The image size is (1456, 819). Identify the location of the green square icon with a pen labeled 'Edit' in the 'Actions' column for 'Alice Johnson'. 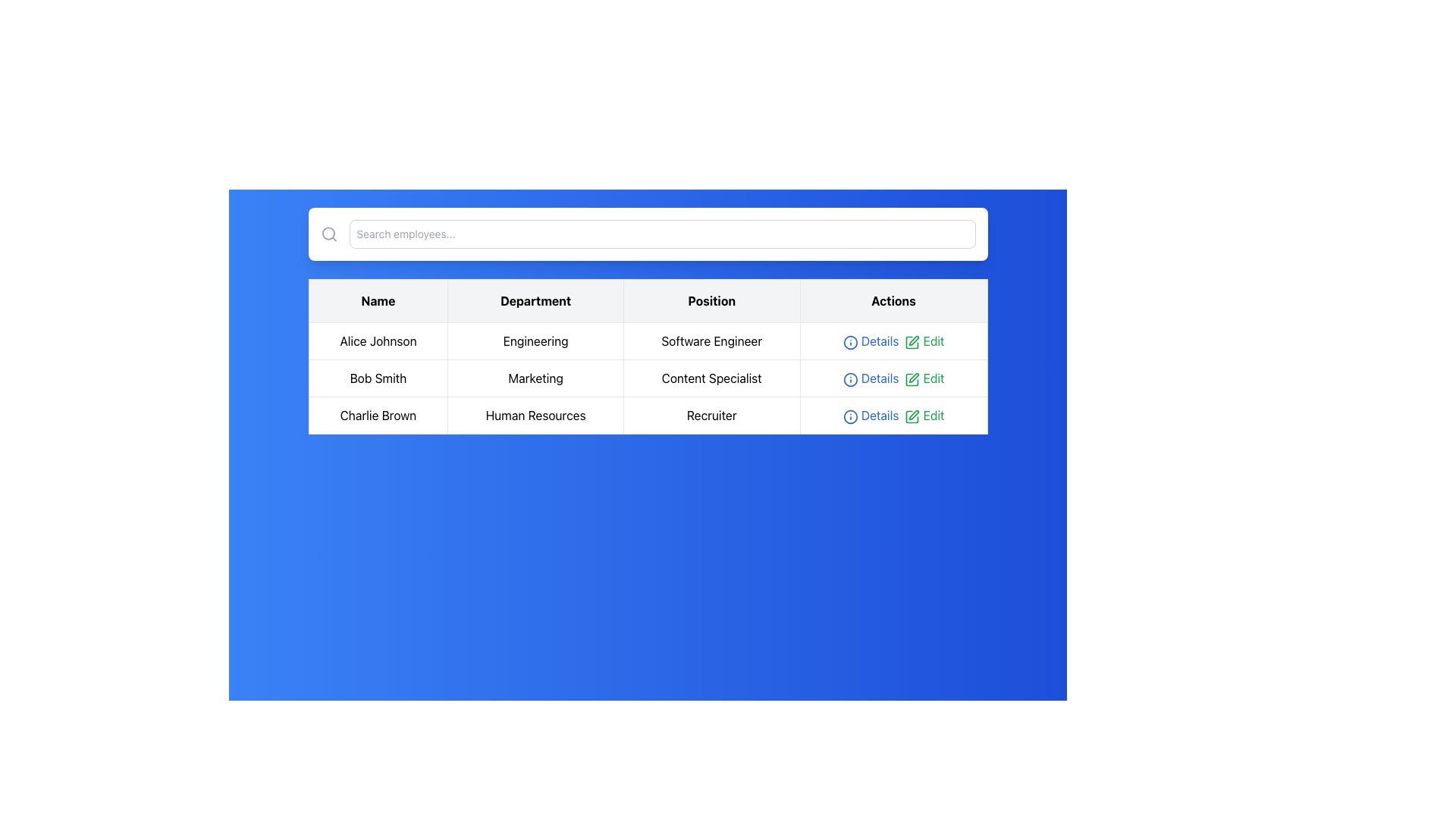
(912, 342).